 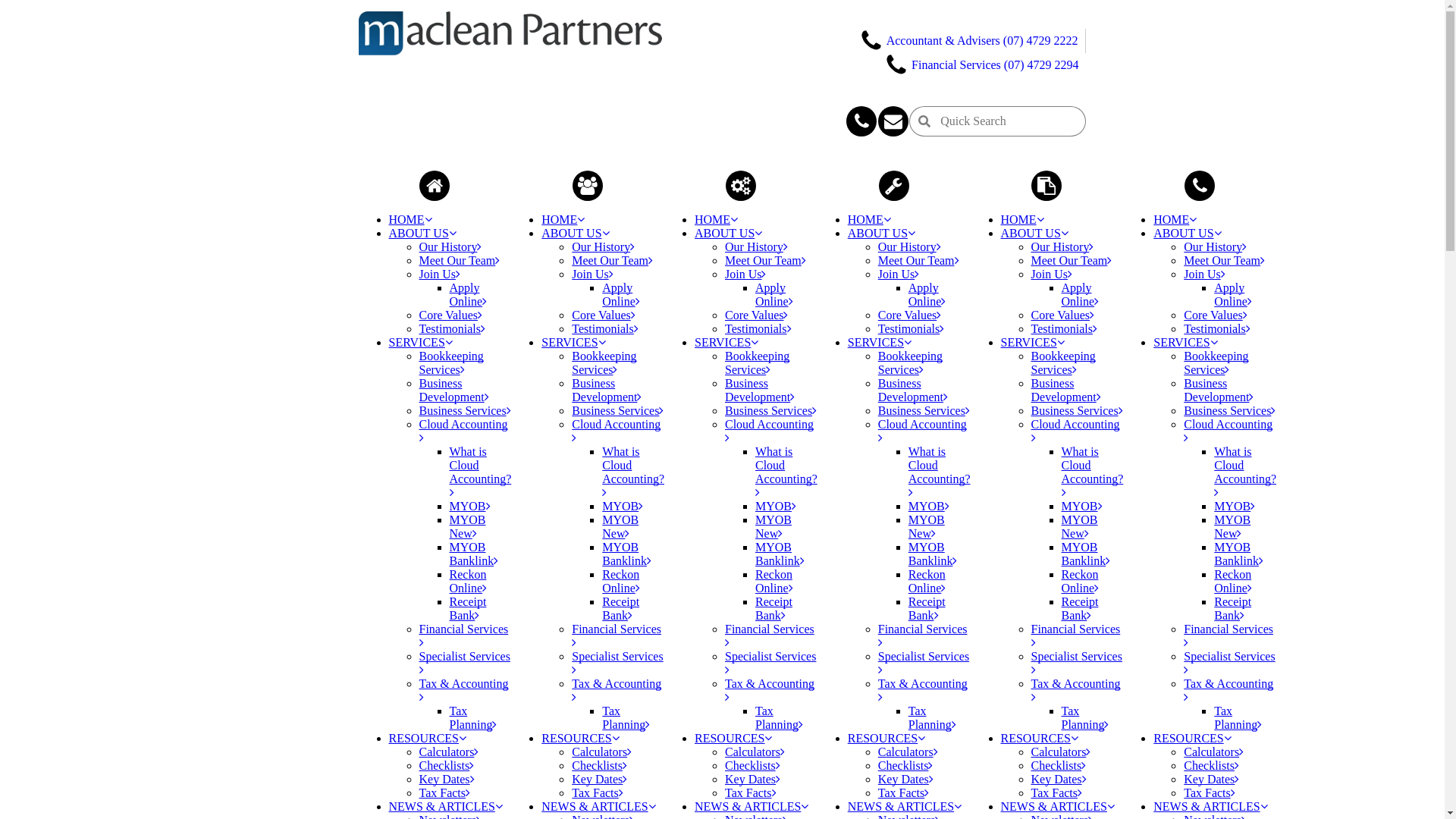 I want to click on 'NEWS & ARTICLES', so click(x=905, y=805).